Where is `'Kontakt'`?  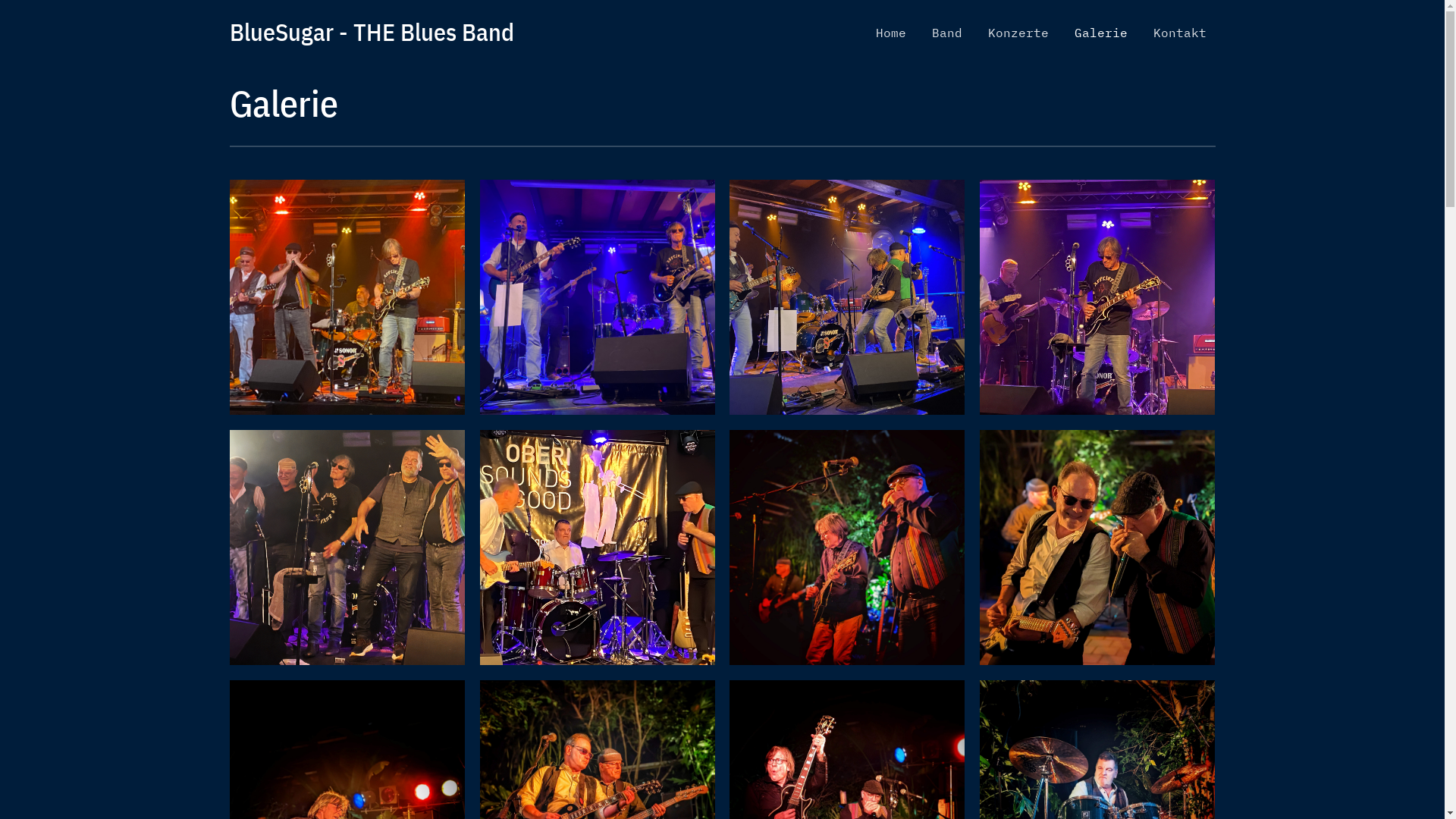 'Kontakt' is located at coordinates (1143, 32).